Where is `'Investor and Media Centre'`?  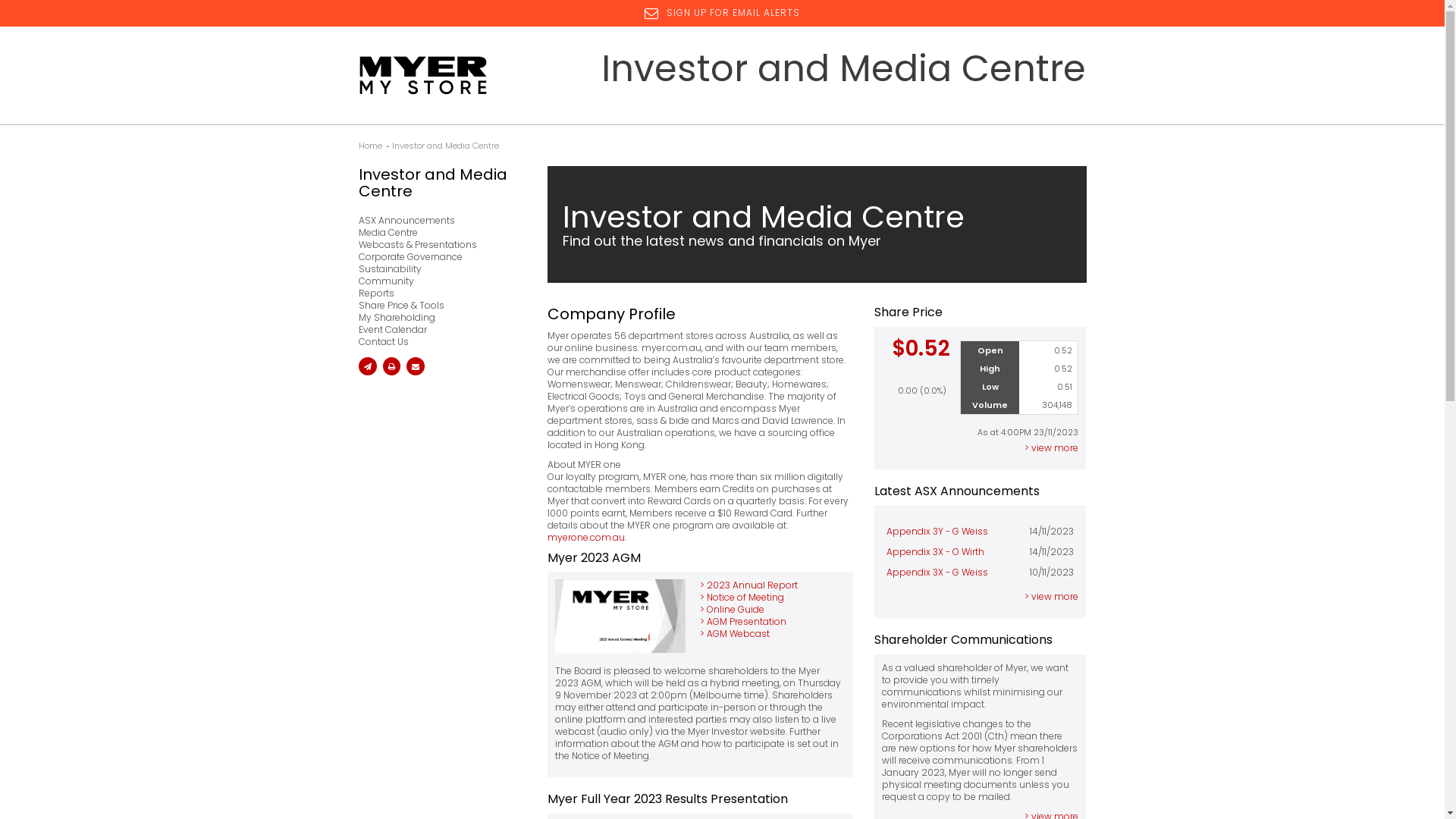
'Investor and Media Centre' is located at coordinates (444, 146).